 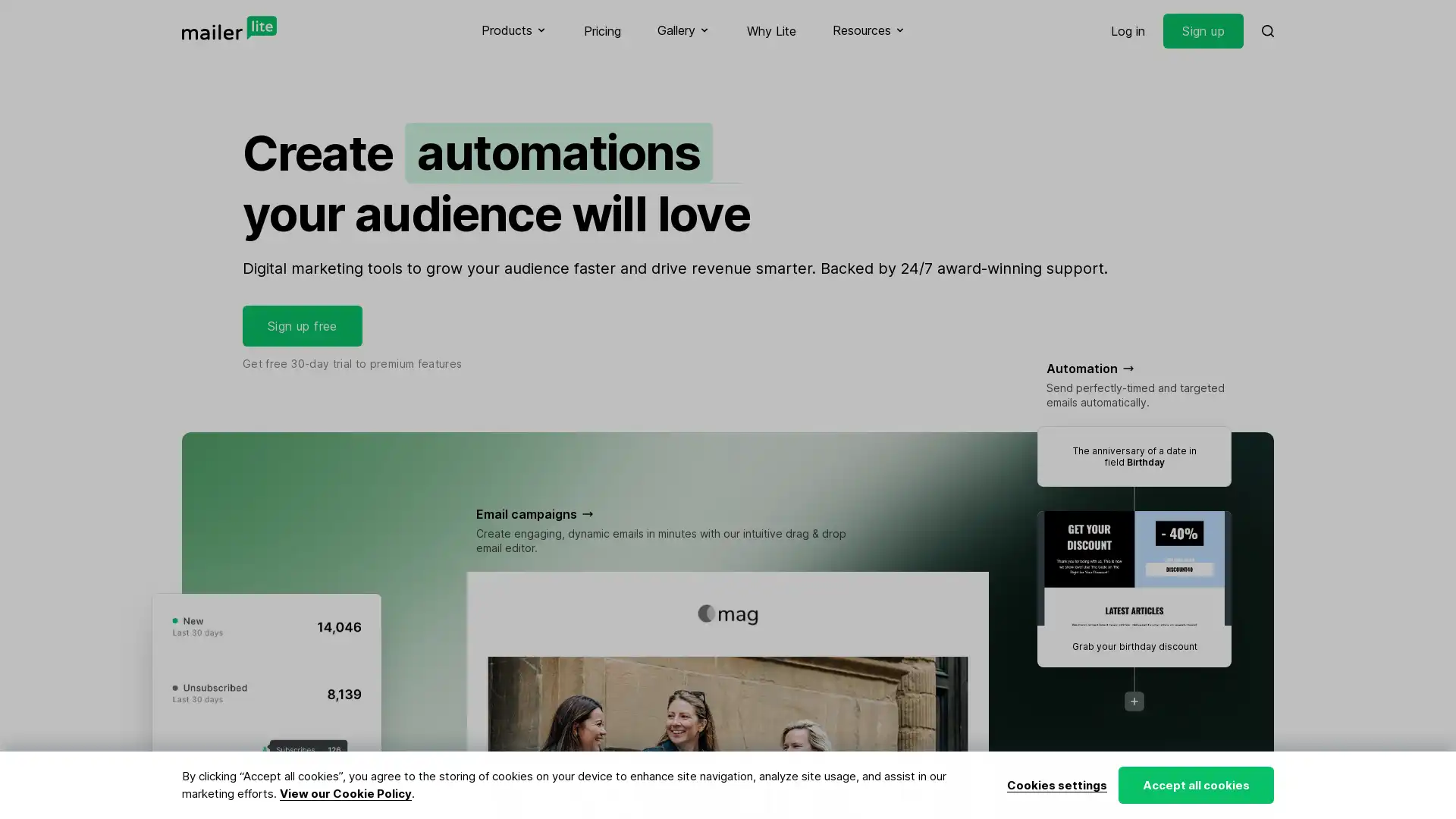 I want to click on Cookies settings, so click(x=1056, y=785).